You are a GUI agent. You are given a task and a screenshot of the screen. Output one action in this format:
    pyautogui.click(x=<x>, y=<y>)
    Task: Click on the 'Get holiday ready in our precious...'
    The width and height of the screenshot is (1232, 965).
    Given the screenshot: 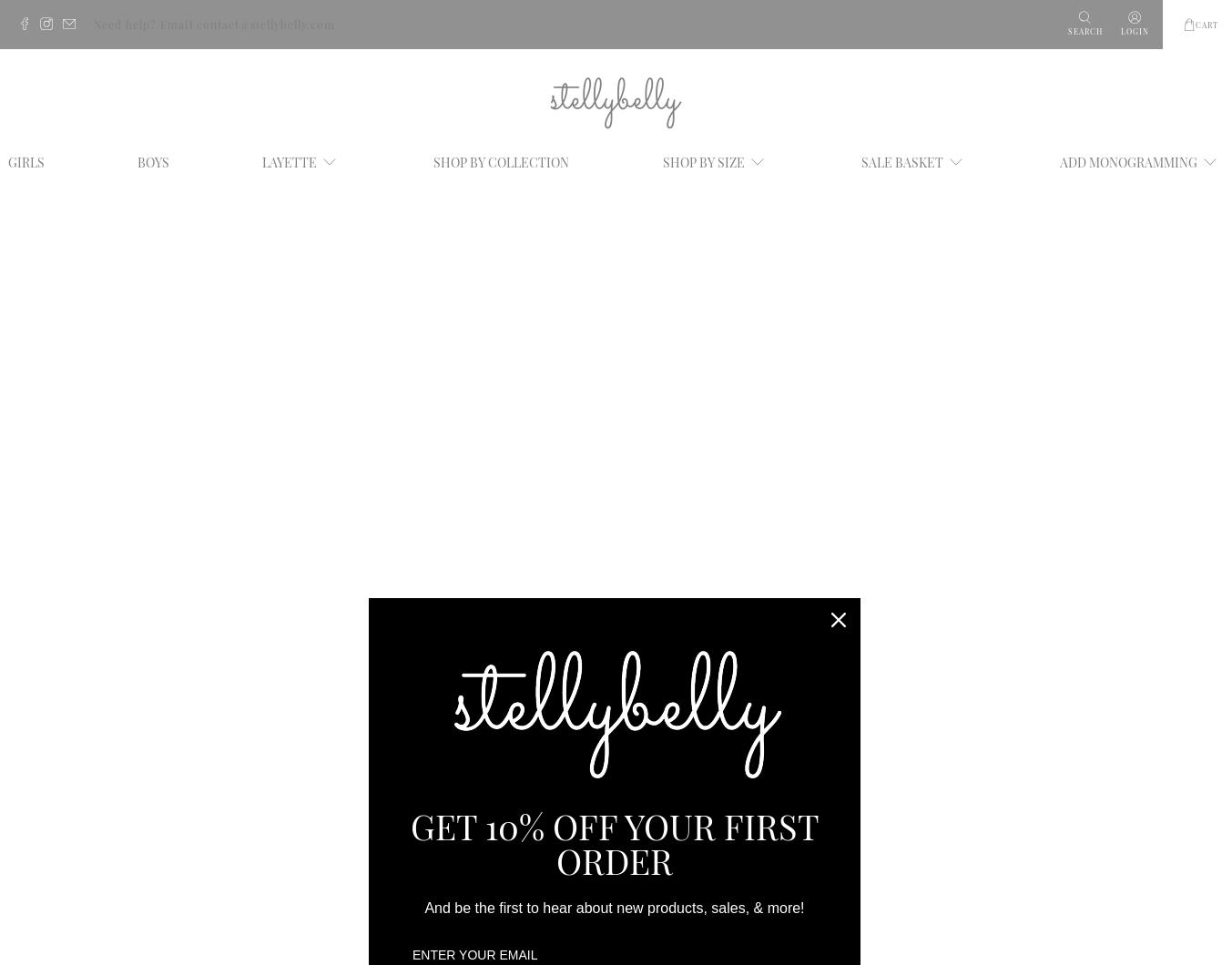 What is the action you would take?
    pyautogui.click(x=253, y=679)
    